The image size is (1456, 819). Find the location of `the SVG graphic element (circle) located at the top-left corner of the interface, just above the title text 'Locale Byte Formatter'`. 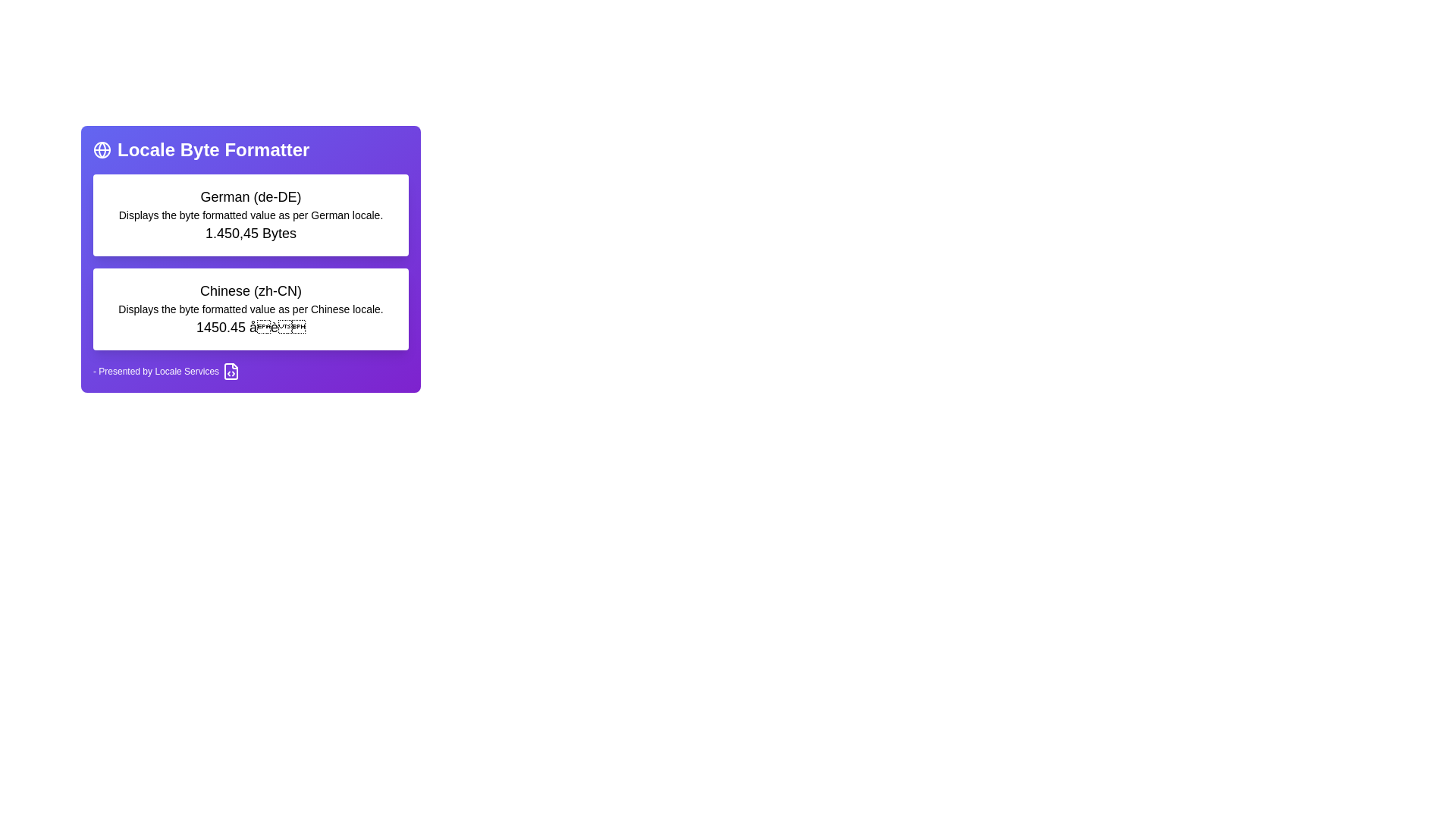

the SVG graphic element (circle) located at the top-left corner of the interface, just above the title text 'Locale Byte Formatter' is located at coordinates (101, 149).